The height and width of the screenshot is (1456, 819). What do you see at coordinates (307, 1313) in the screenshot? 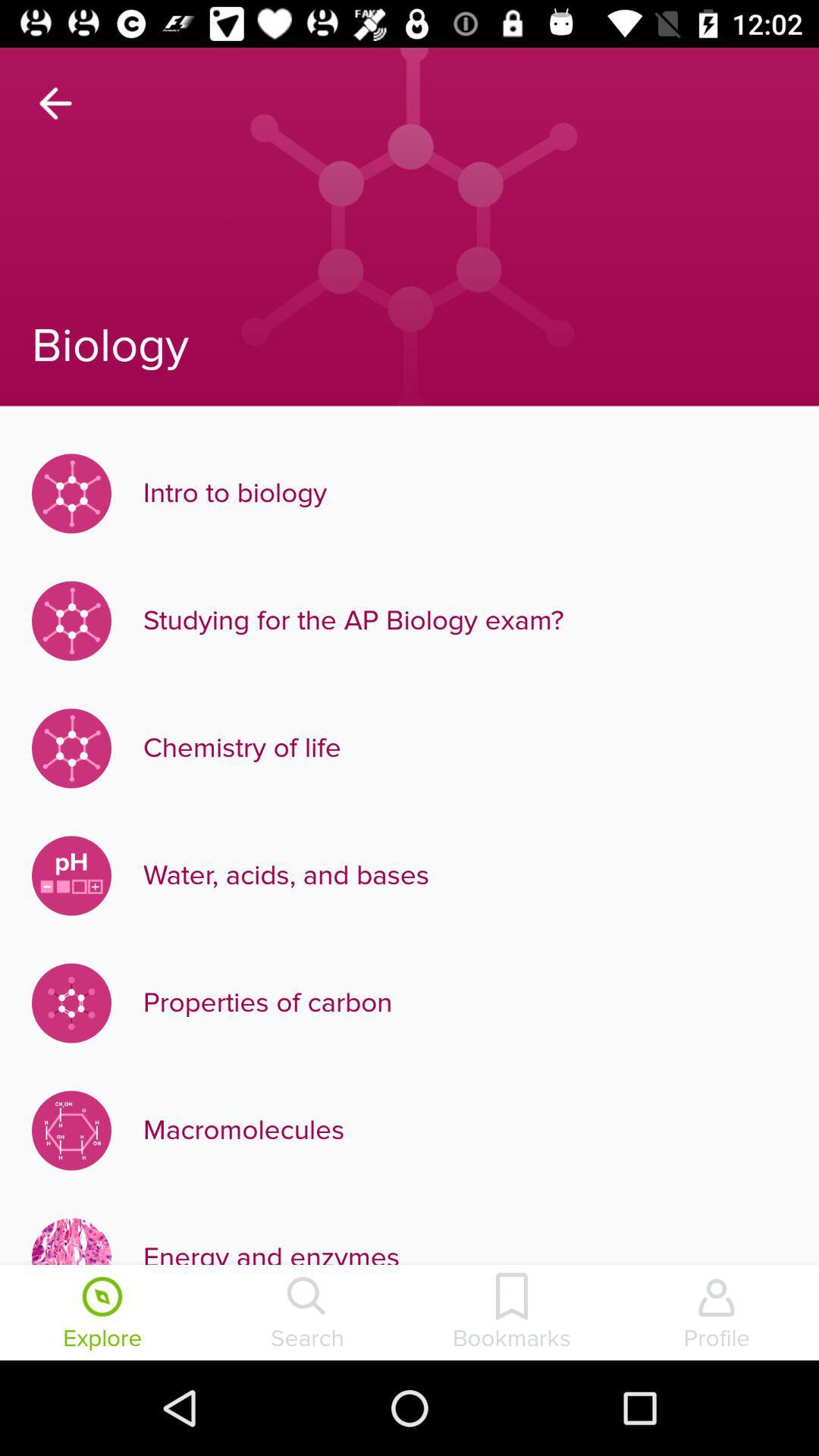
I see `search` at bounding box center [307, 1313].